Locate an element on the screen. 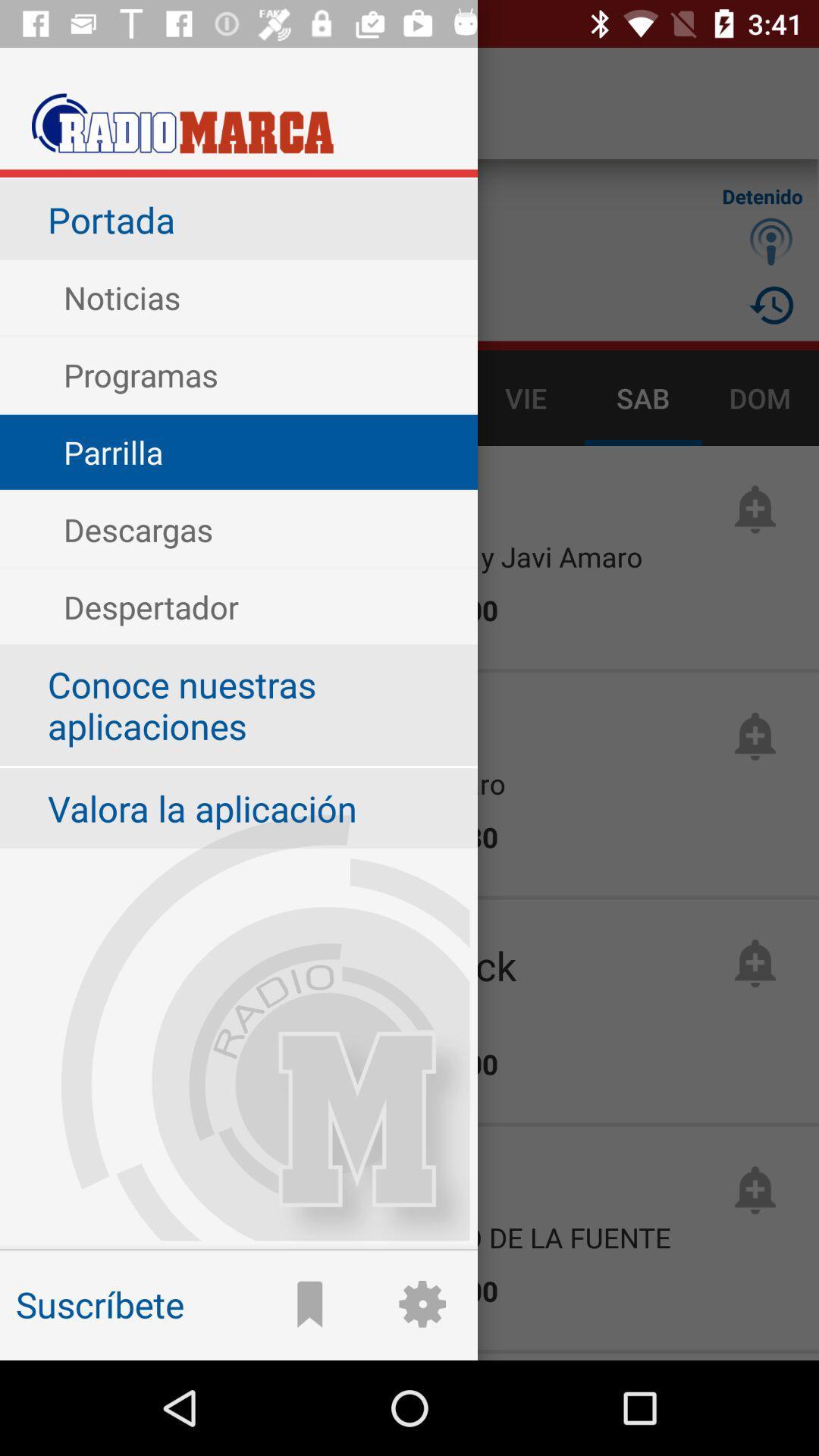  the history icon is located at coordinates (771, 304).